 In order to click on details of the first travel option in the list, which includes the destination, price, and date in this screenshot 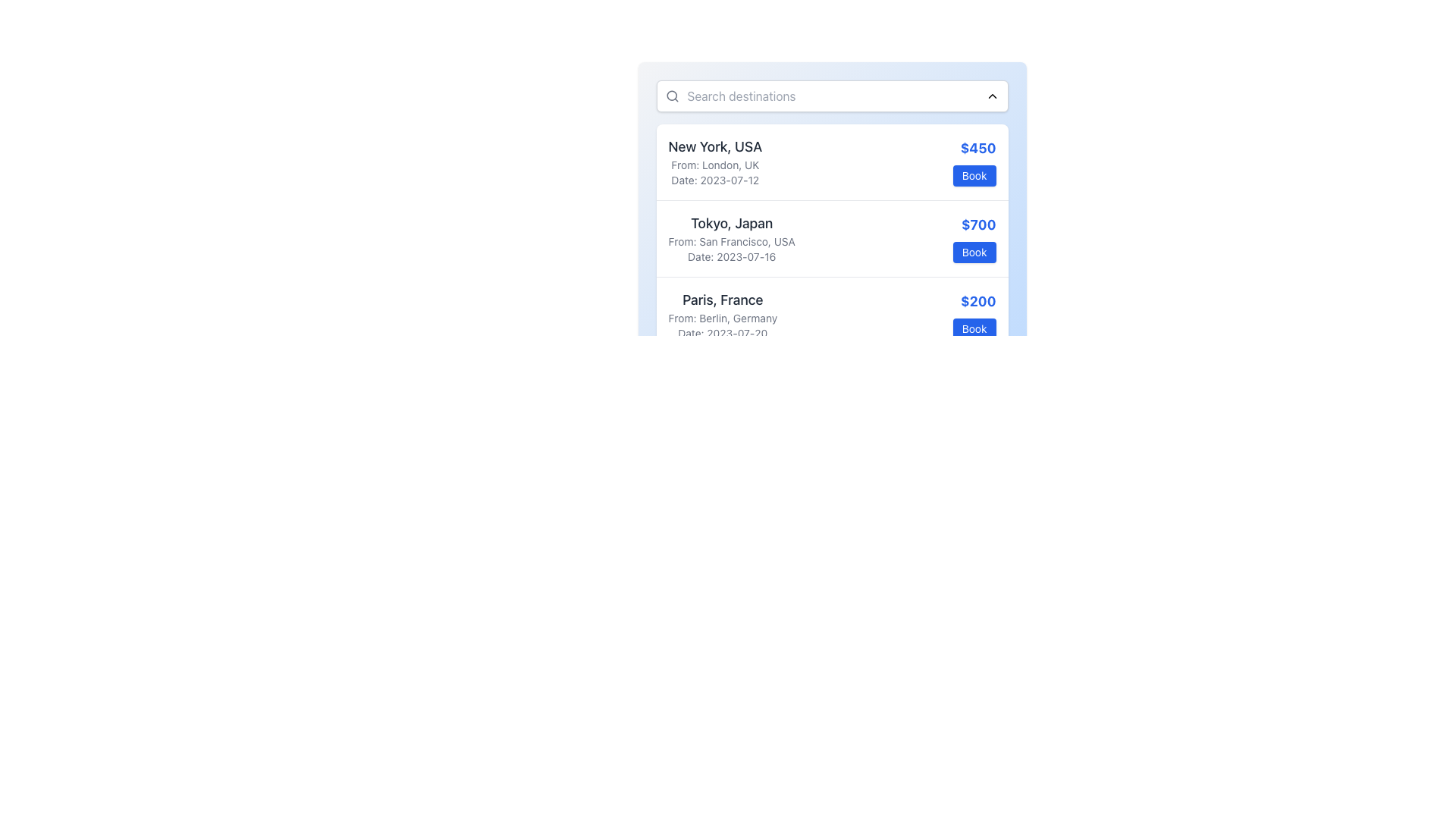, I will do `click(831, 162)`.